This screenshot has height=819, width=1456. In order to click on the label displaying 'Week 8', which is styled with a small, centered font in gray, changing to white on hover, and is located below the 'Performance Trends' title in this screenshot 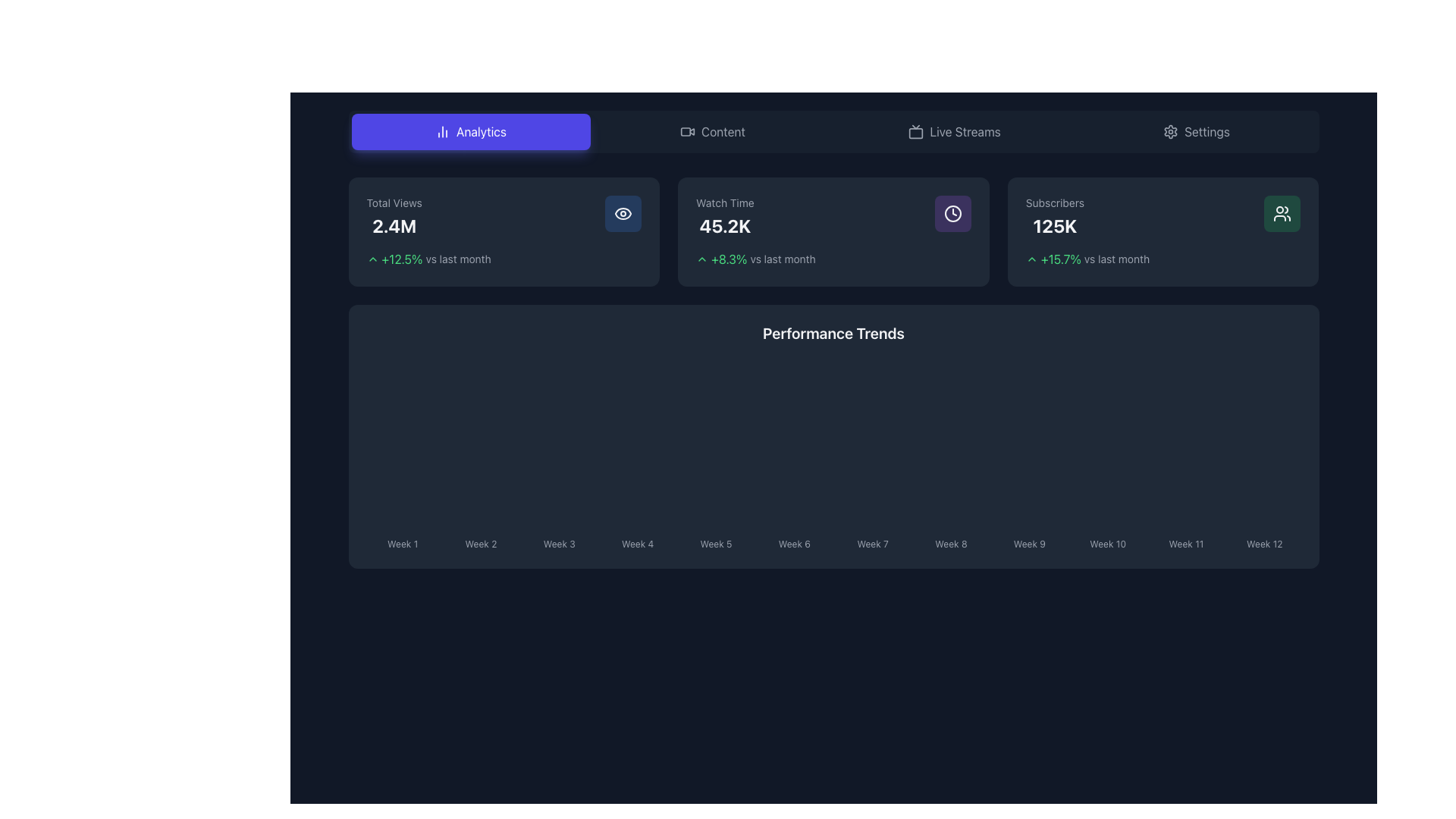, I will do `click(950, 540)`.